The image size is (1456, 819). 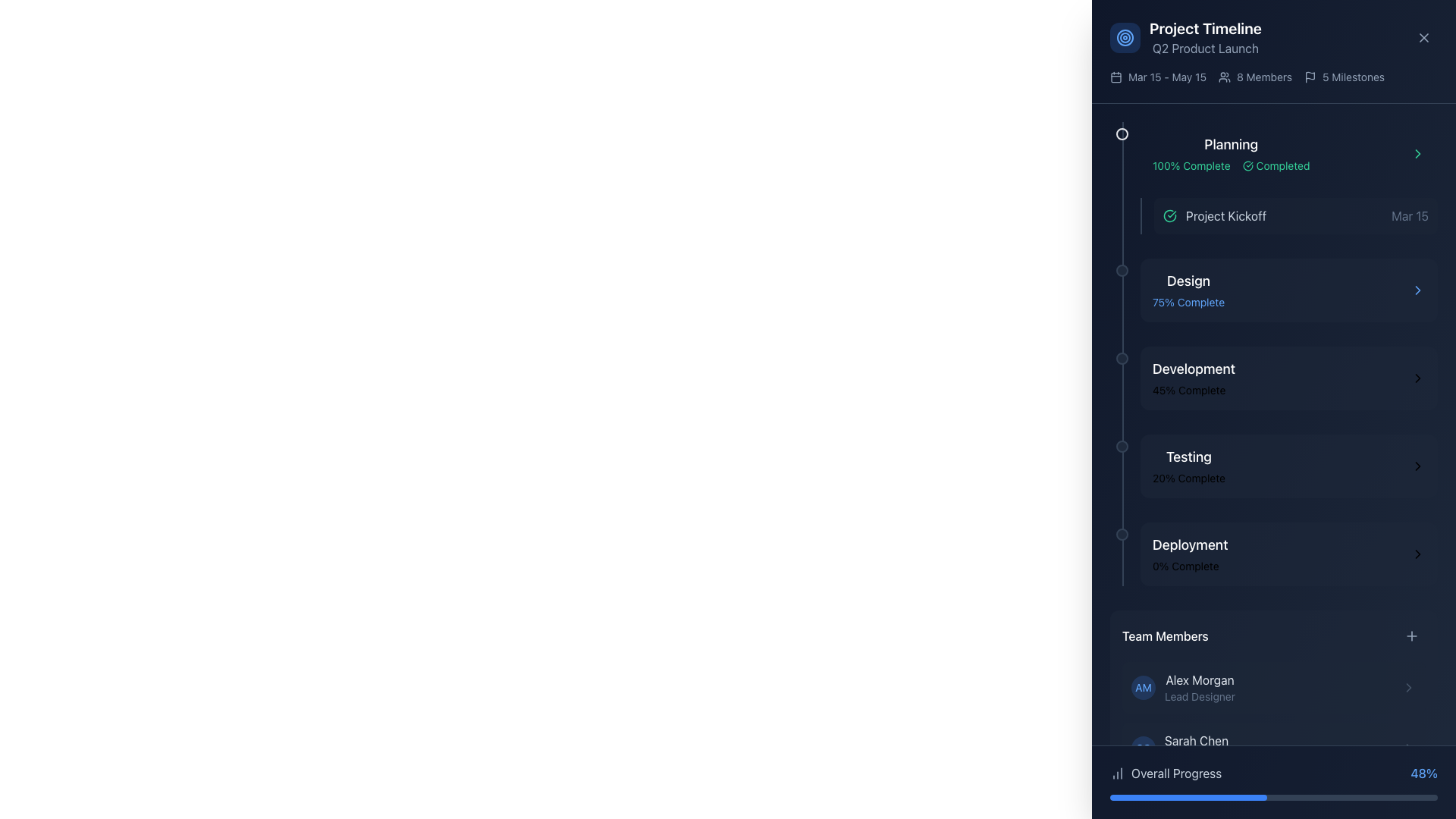 What do you see at coordinates (1215, 216) in the screenshot?
I see `the 'Project Kickoff' label with the green checkmark status indicator, which signifies that the task has been completed in the 'Planning' section of the timeline interface` at bounding box center [1215, 216].